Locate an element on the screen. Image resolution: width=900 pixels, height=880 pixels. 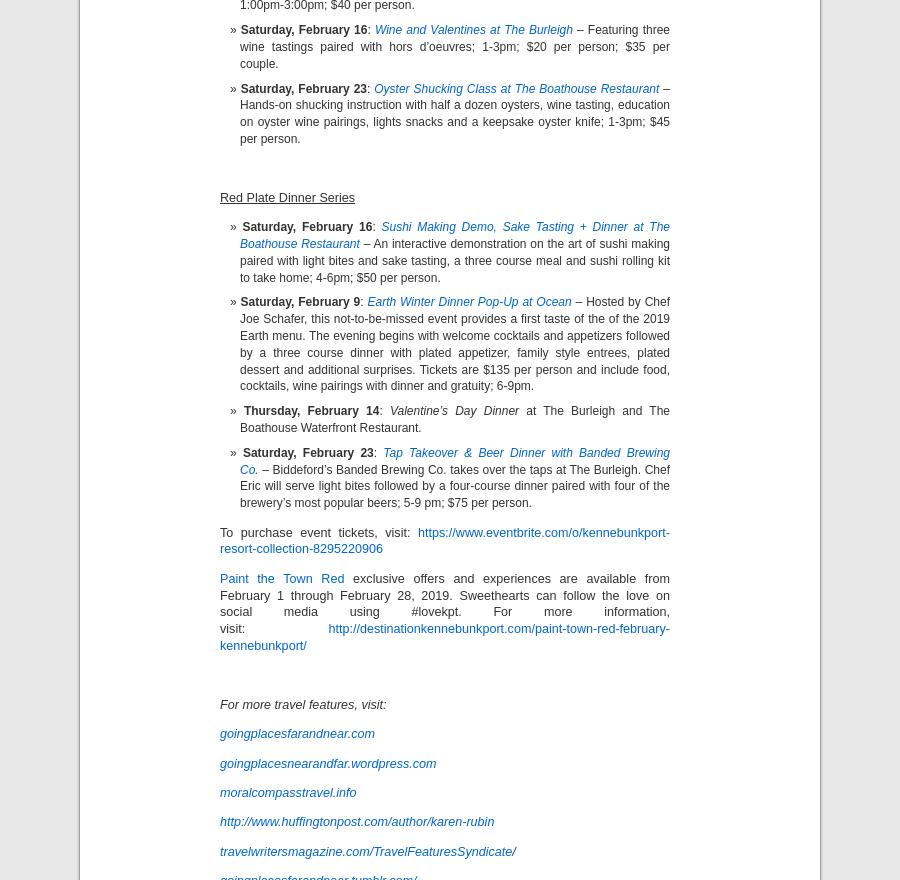
'– An interactive demonstration on the art of sushi making paired with light bites and sake tasting, a three course meal and sushi rolling kit to take home; 4-6pm; $50 per person.' is located at coordinates (454, 260).